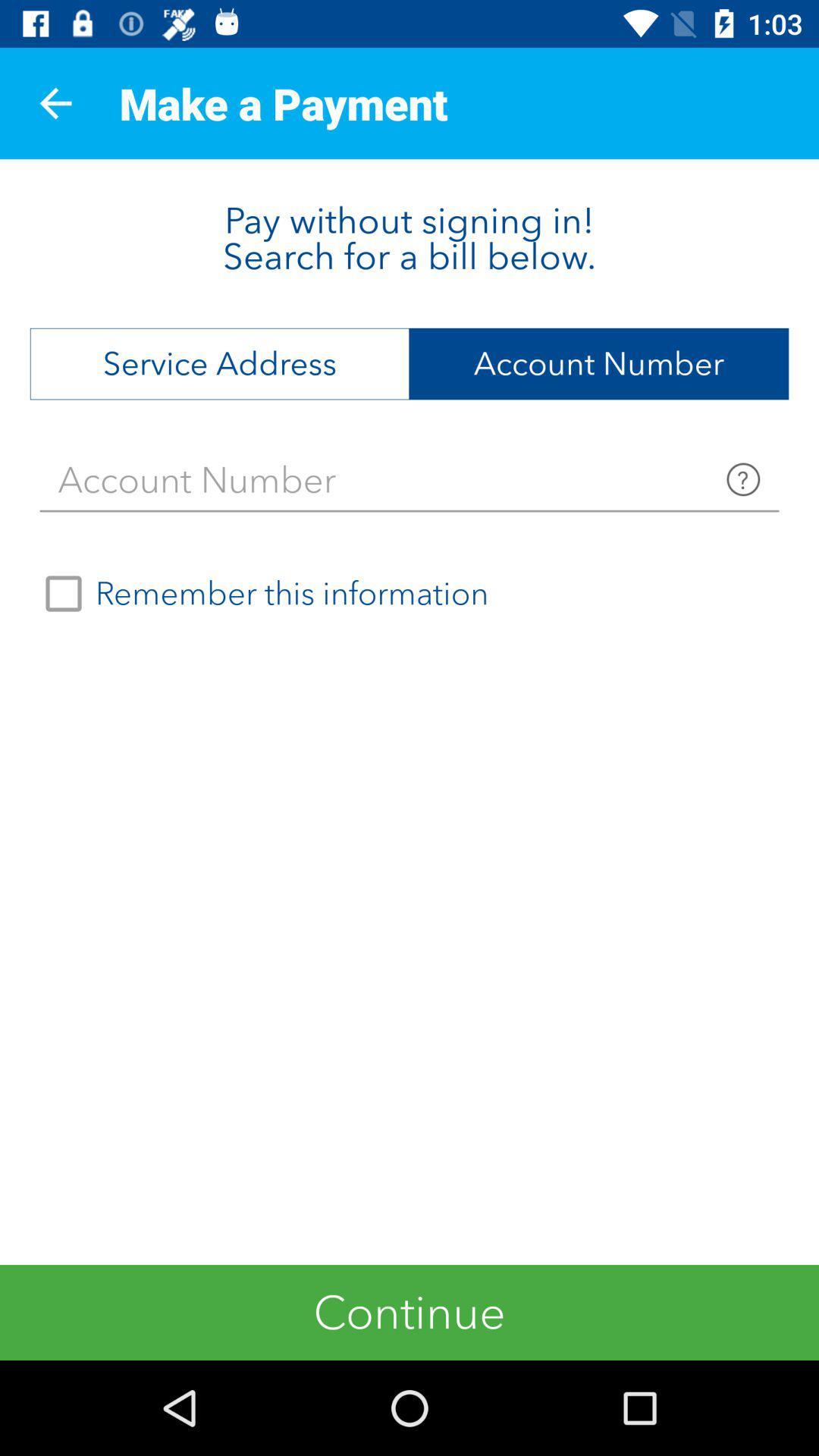 This screenshot has width=819, height=1456. I want to click on the icon above pay without signing item, so click(55, 102).